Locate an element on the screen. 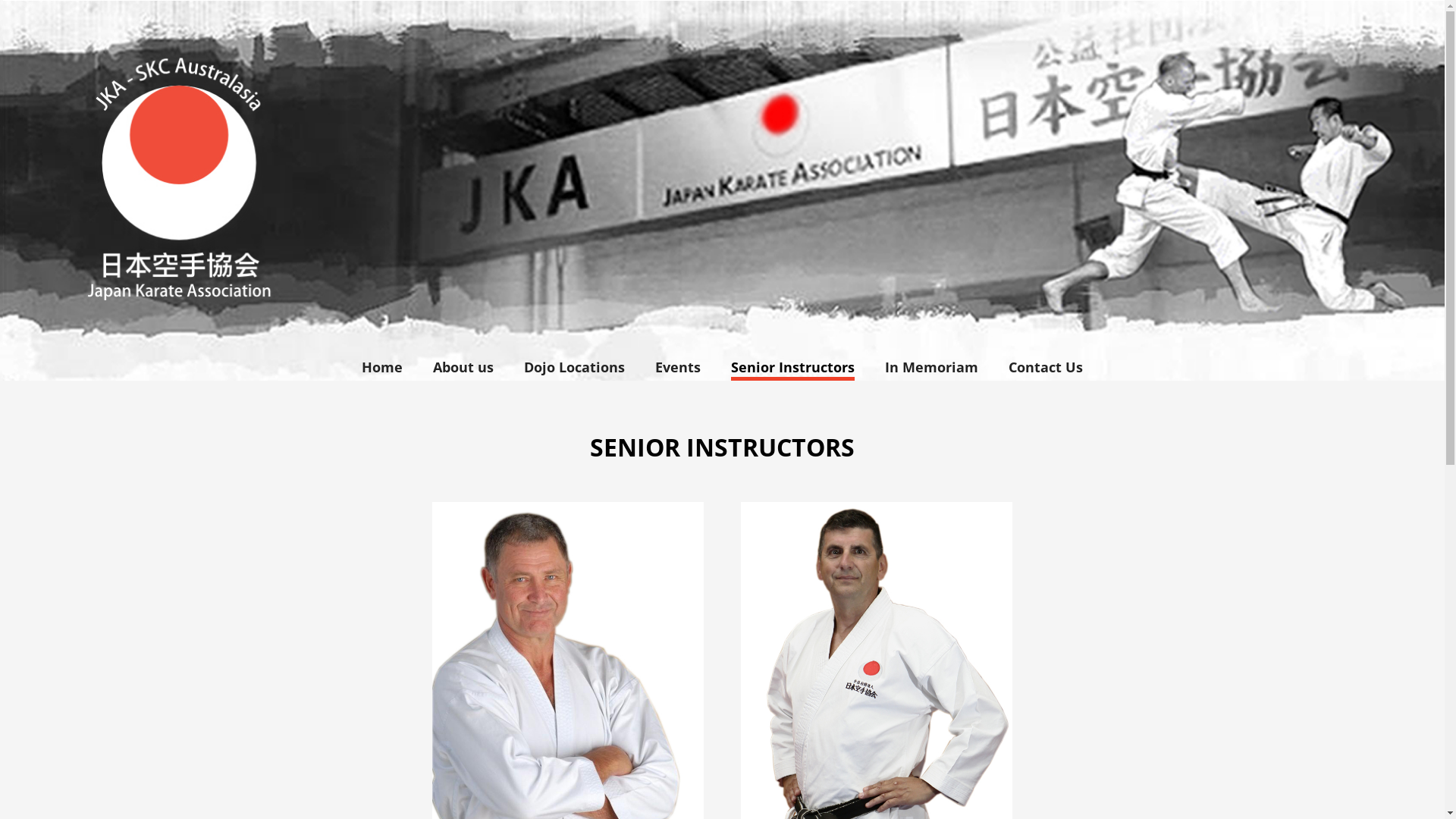 This screenshot has height=819, width=1456. 'About us' is located at coordinates (462, 366).